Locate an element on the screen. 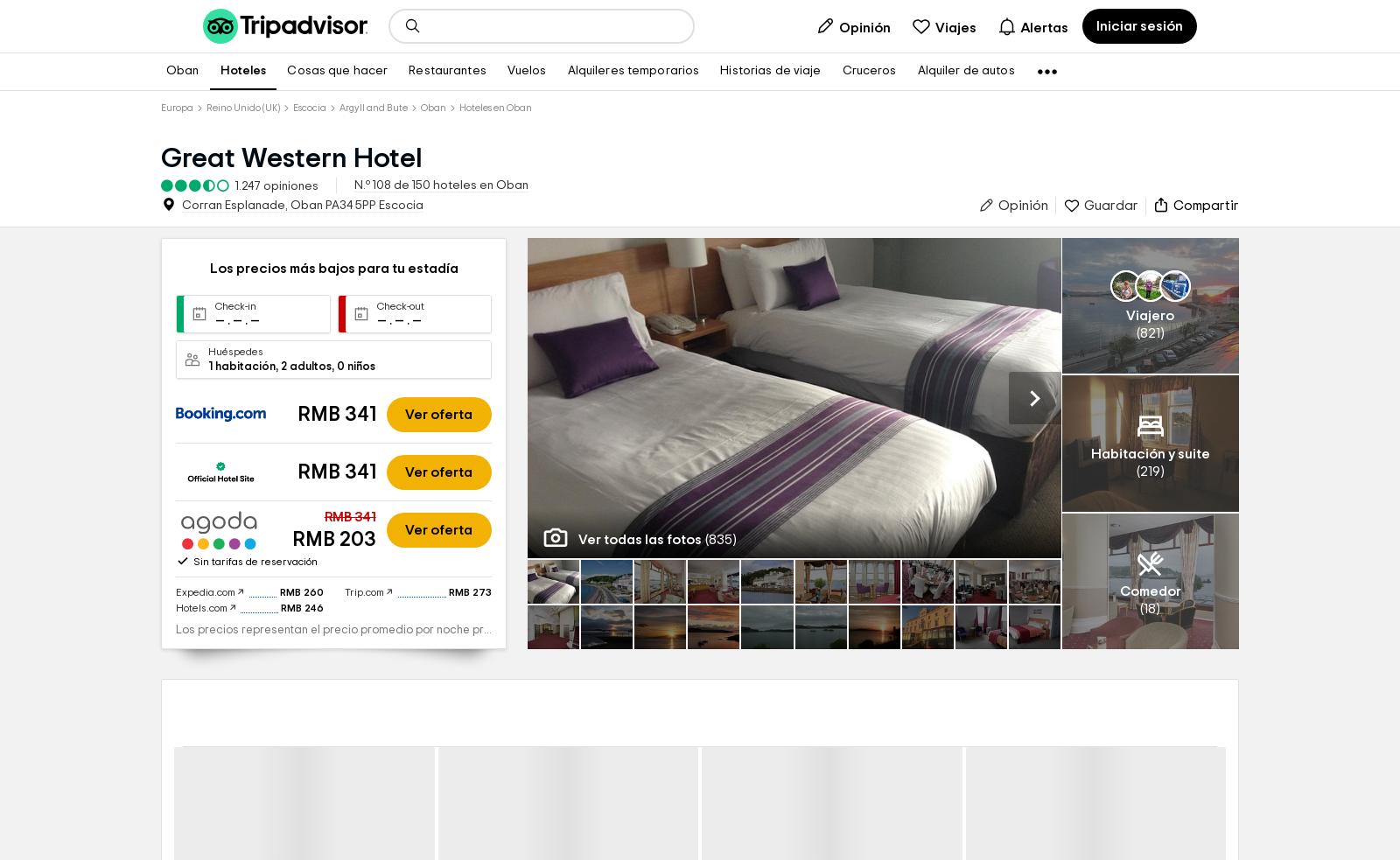  'RMB 273' is located at coordinates (447, 754).